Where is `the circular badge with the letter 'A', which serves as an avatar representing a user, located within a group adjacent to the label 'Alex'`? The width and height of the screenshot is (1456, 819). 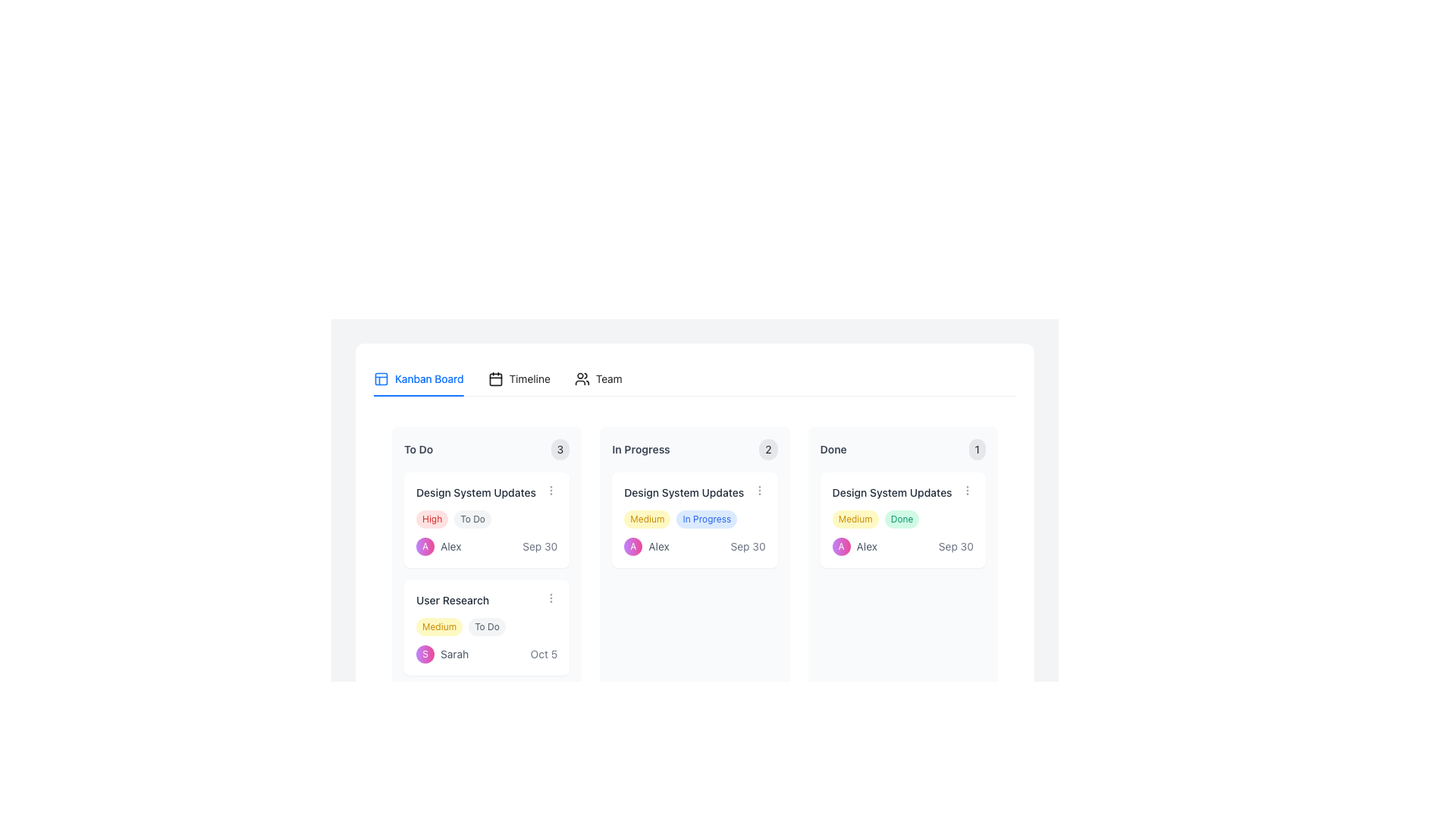
the circular badge with the letter 'A', which serves as an avatar representing a user, located within a group adjacent to the label 'Alex' is located at coordinates (840, 547).